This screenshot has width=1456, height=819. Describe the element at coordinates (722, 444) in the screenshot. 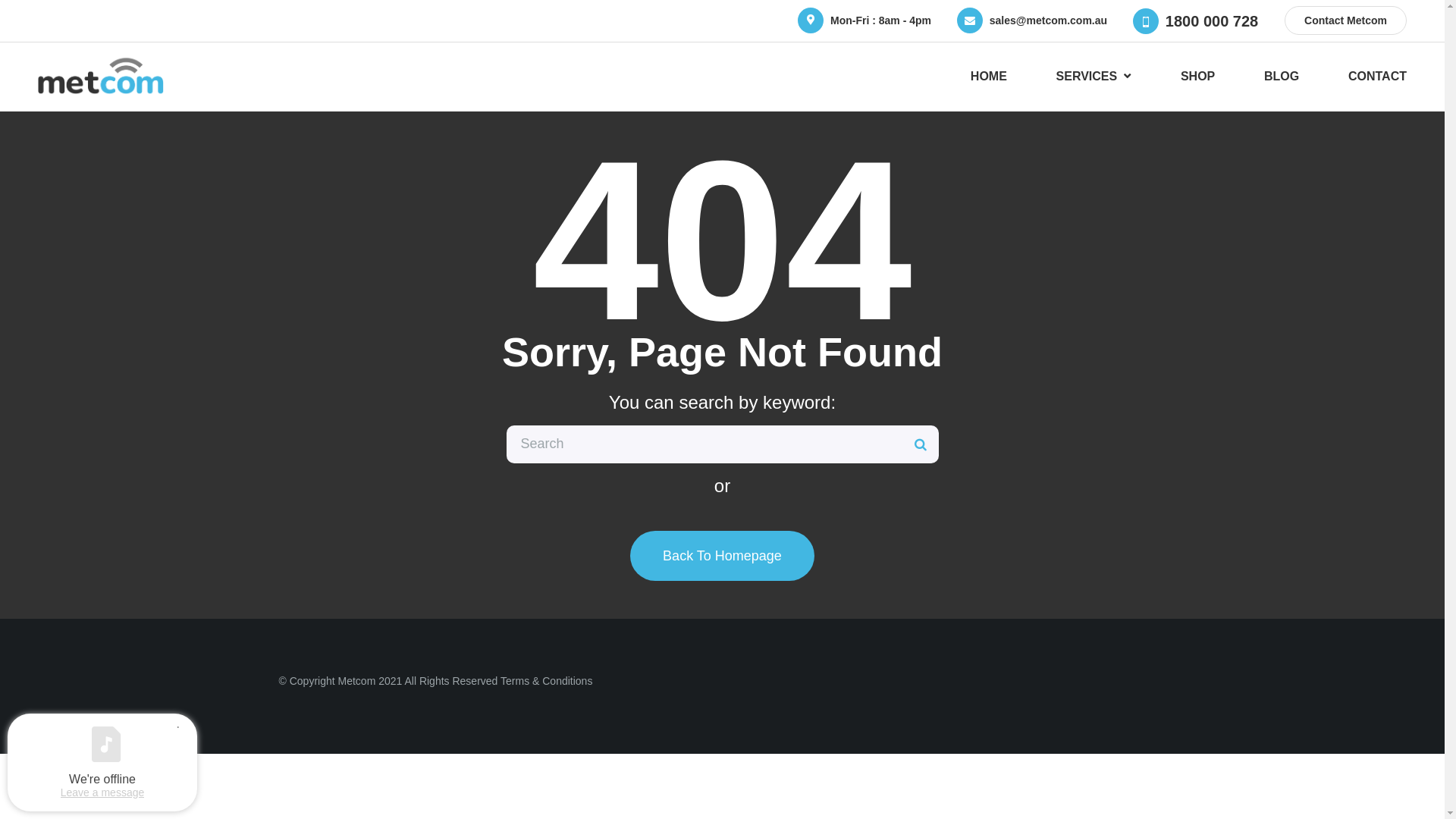

I see `'Search for:'` at that location.